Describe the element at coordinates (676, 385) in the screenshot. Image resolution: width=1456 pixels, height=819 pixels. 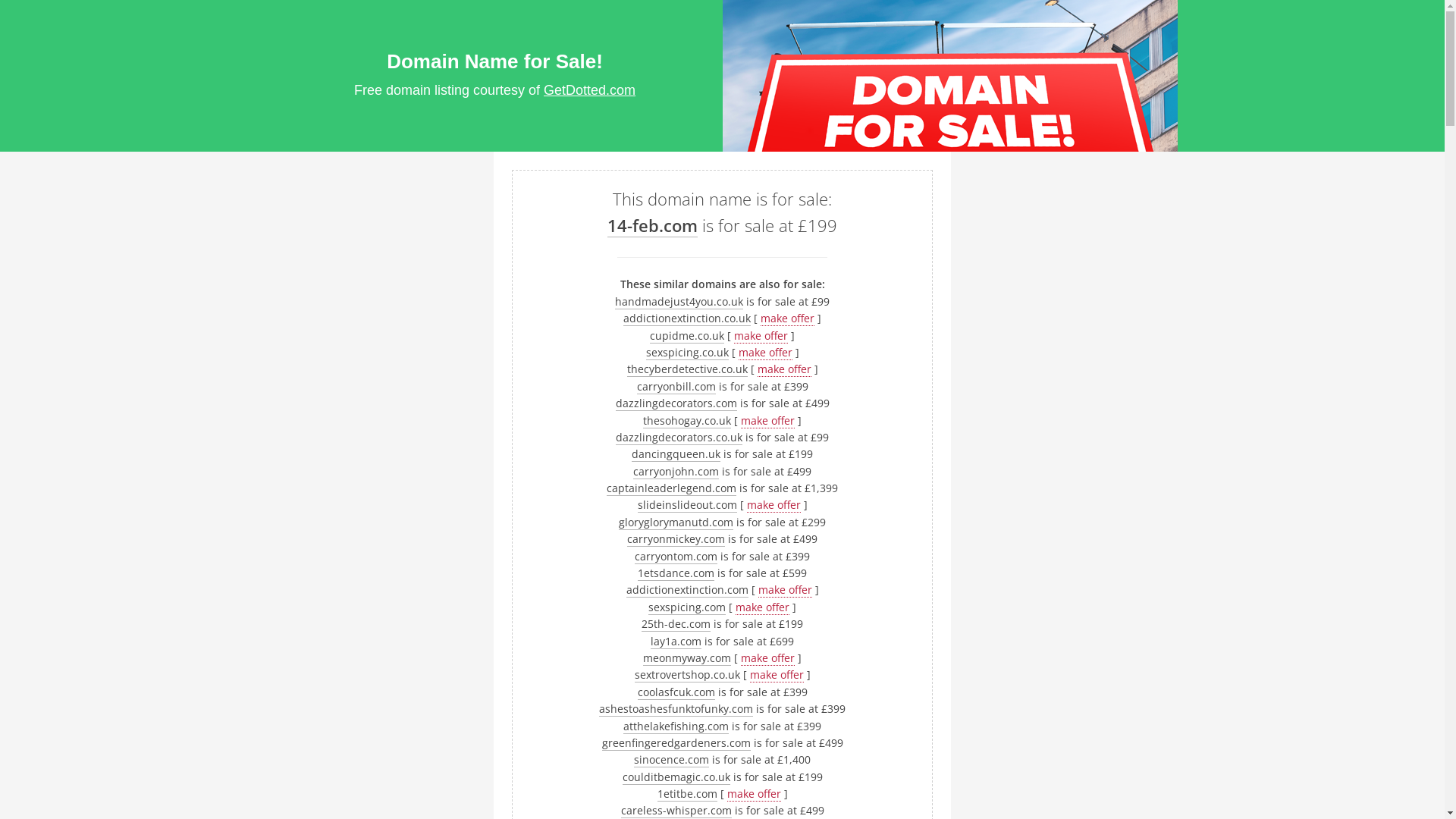
I see `'carryonbill.com'` at that location.